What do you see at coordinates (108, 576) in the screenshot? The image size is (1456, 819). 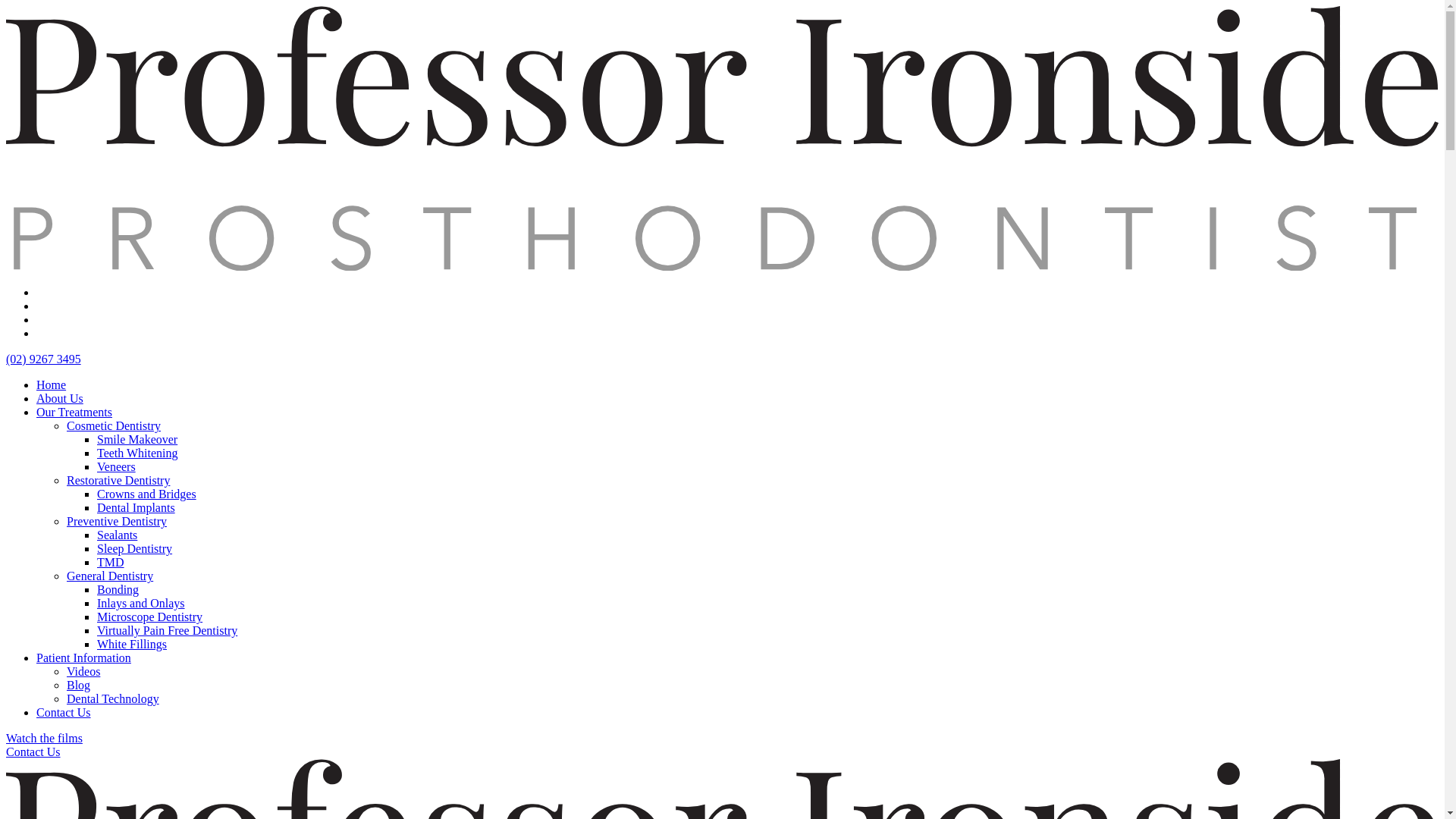 I see `'General Dentistry'` at bounding box center [108, 576].